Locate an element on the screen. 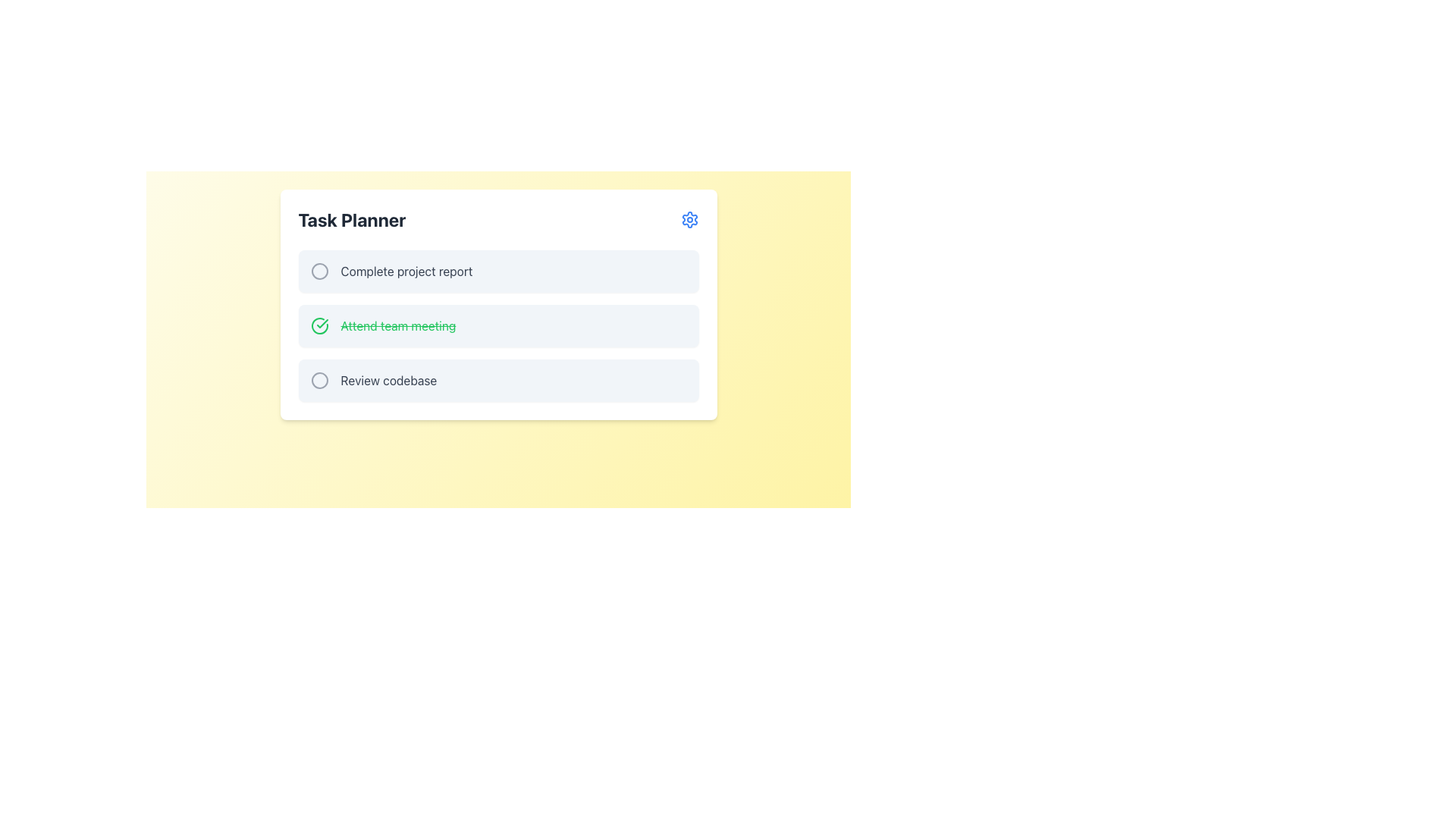  the 'Attend team meeting' completed task item is located at coordinates (498, 325).